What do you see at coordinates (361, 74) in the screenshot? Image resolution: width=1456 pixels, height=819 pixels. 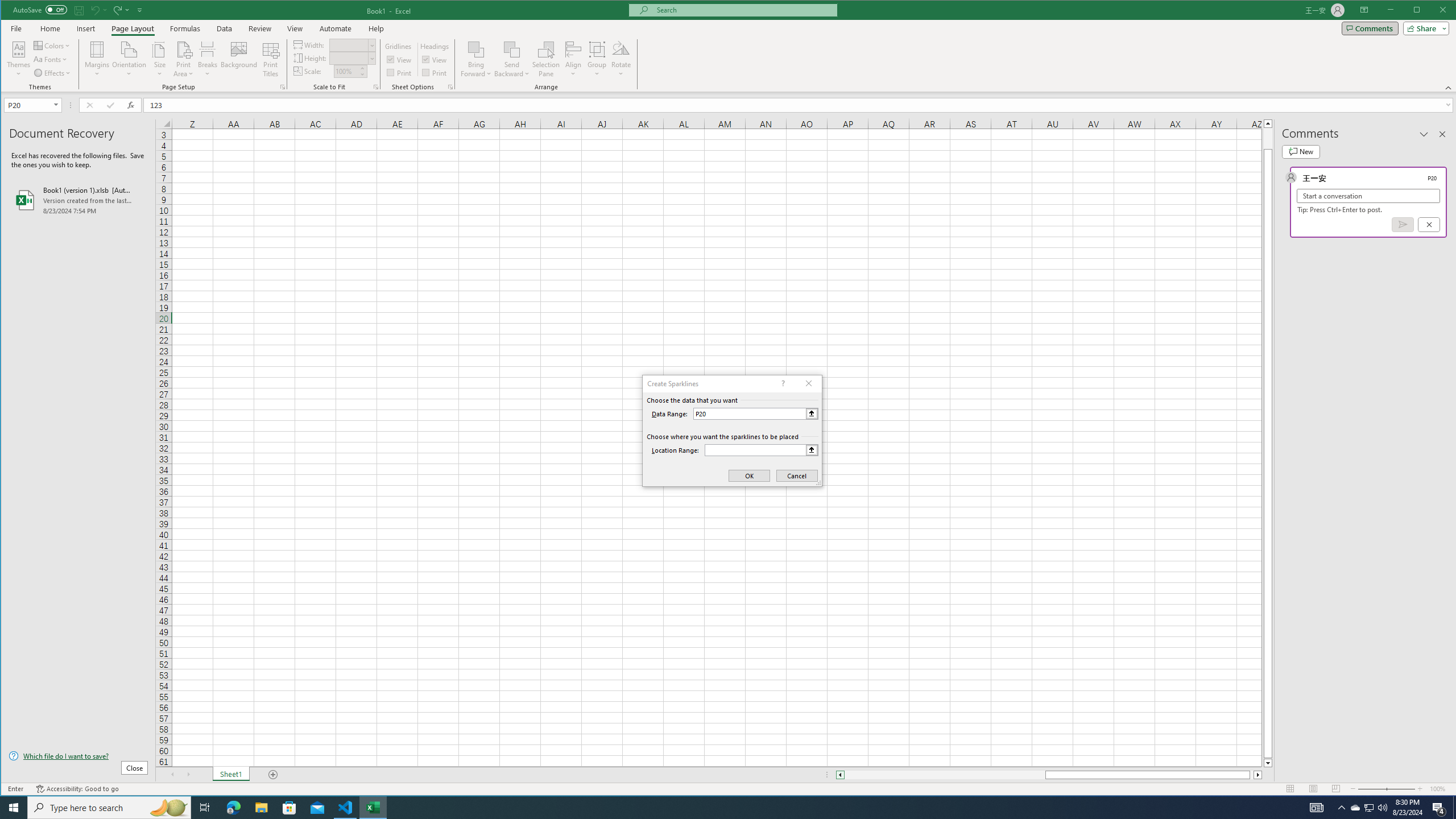 I see `'Less'` at bounding box center [361, 74].